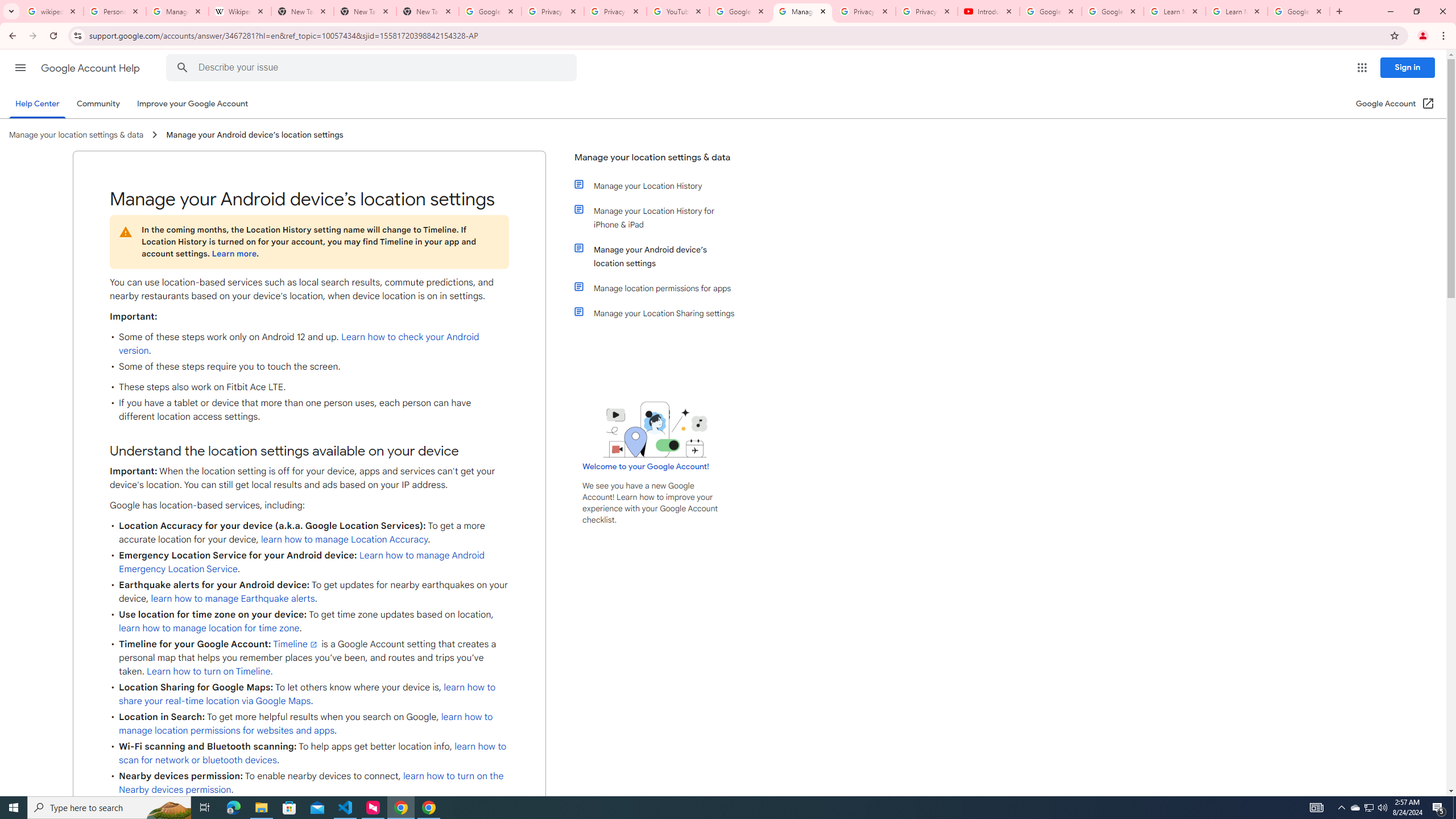 The width and height of the screenshot is (1456, 819). I want to click on 'Search Help Center', so click(181, 67).